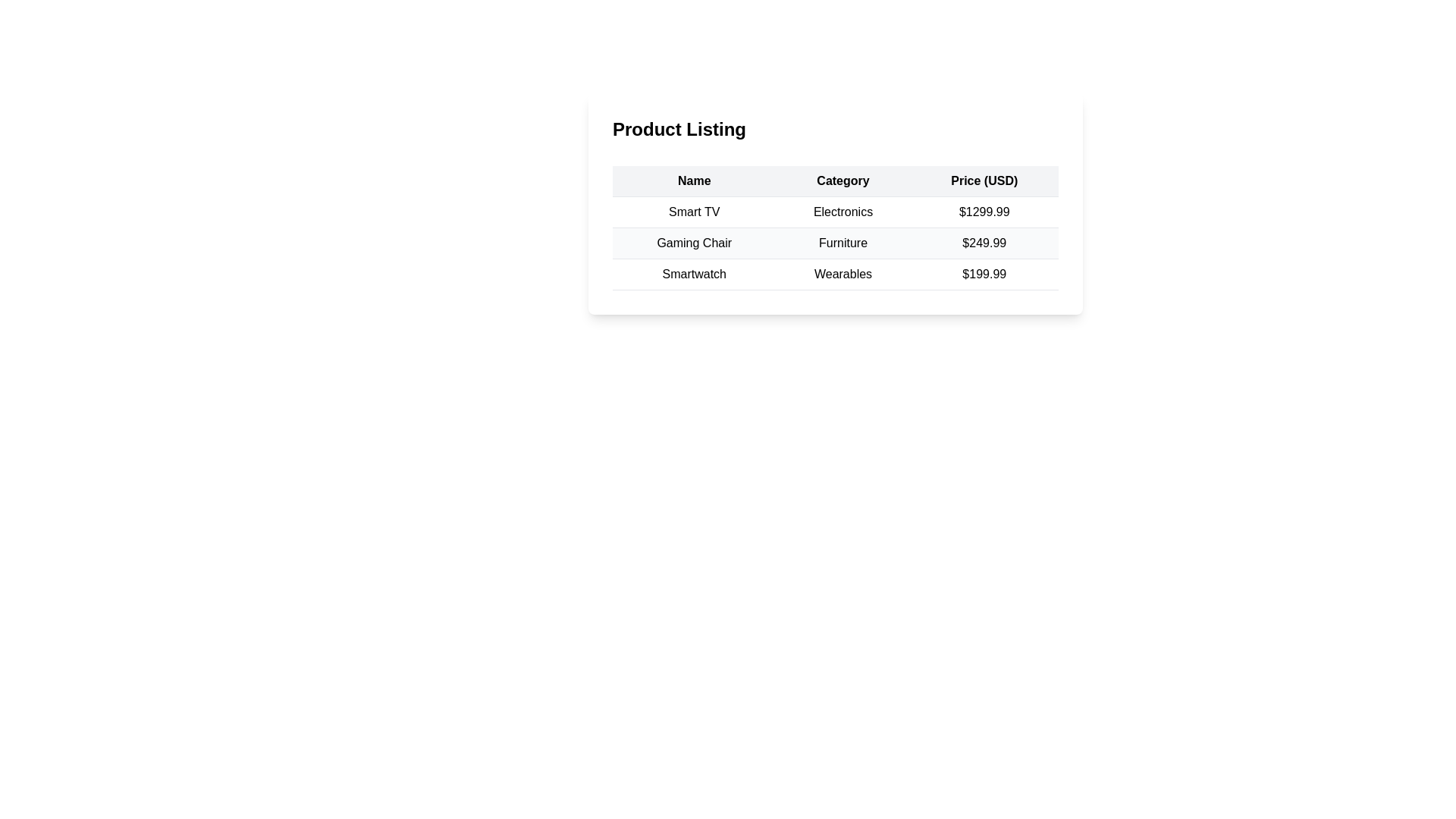 This screenshot has height=819, width=1456. Describe the element at coordinates (984, 242) in the screenshot. I see `the price label displaying '$249.99' in the second row of the table under the 'Price (USD)' column` at that location.